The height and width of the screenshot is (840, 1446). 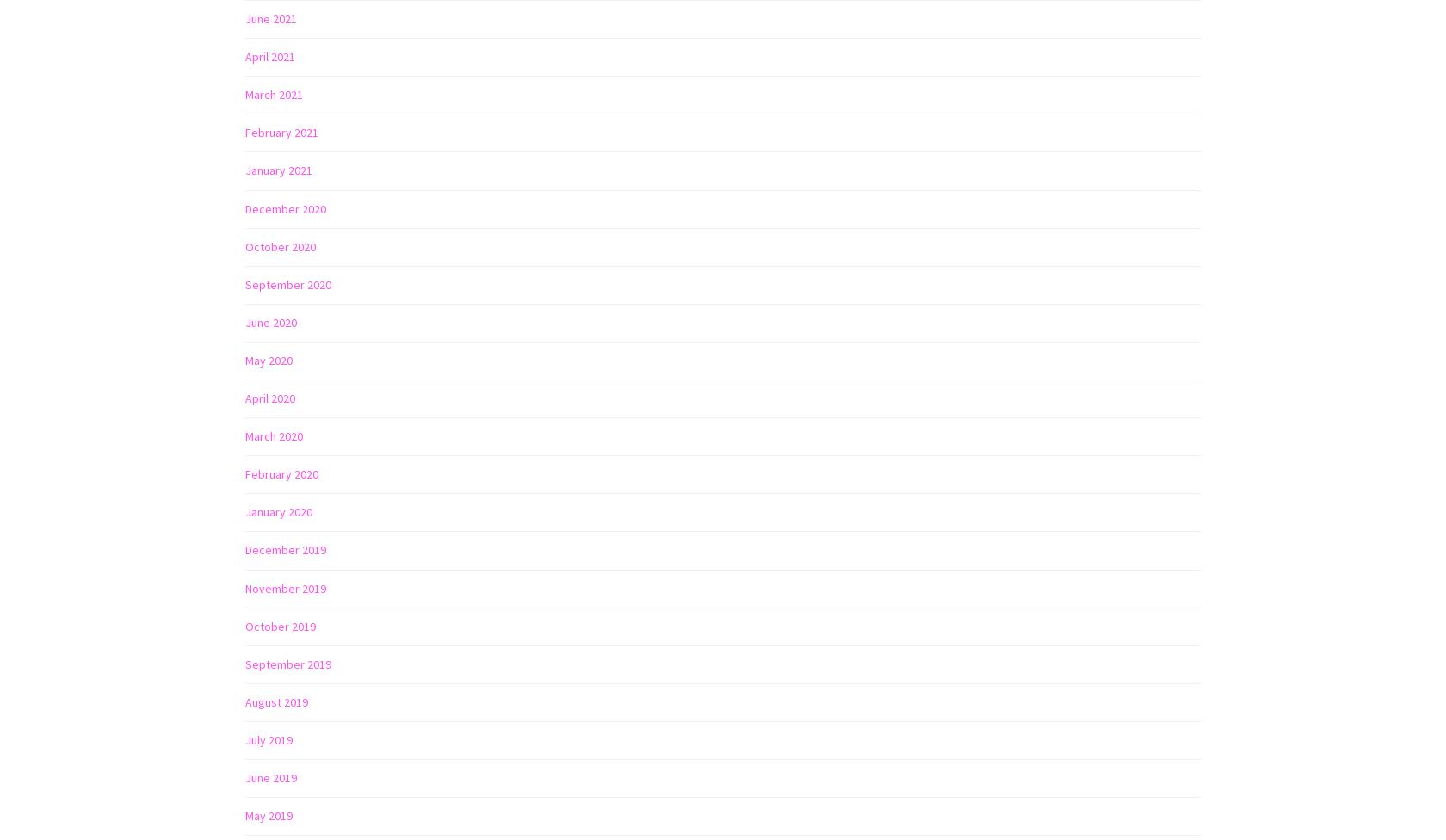 What do you see at coordinates (271, 18) in the screenshot?
I see `'June 2021'` at bounding box center [271, 18].